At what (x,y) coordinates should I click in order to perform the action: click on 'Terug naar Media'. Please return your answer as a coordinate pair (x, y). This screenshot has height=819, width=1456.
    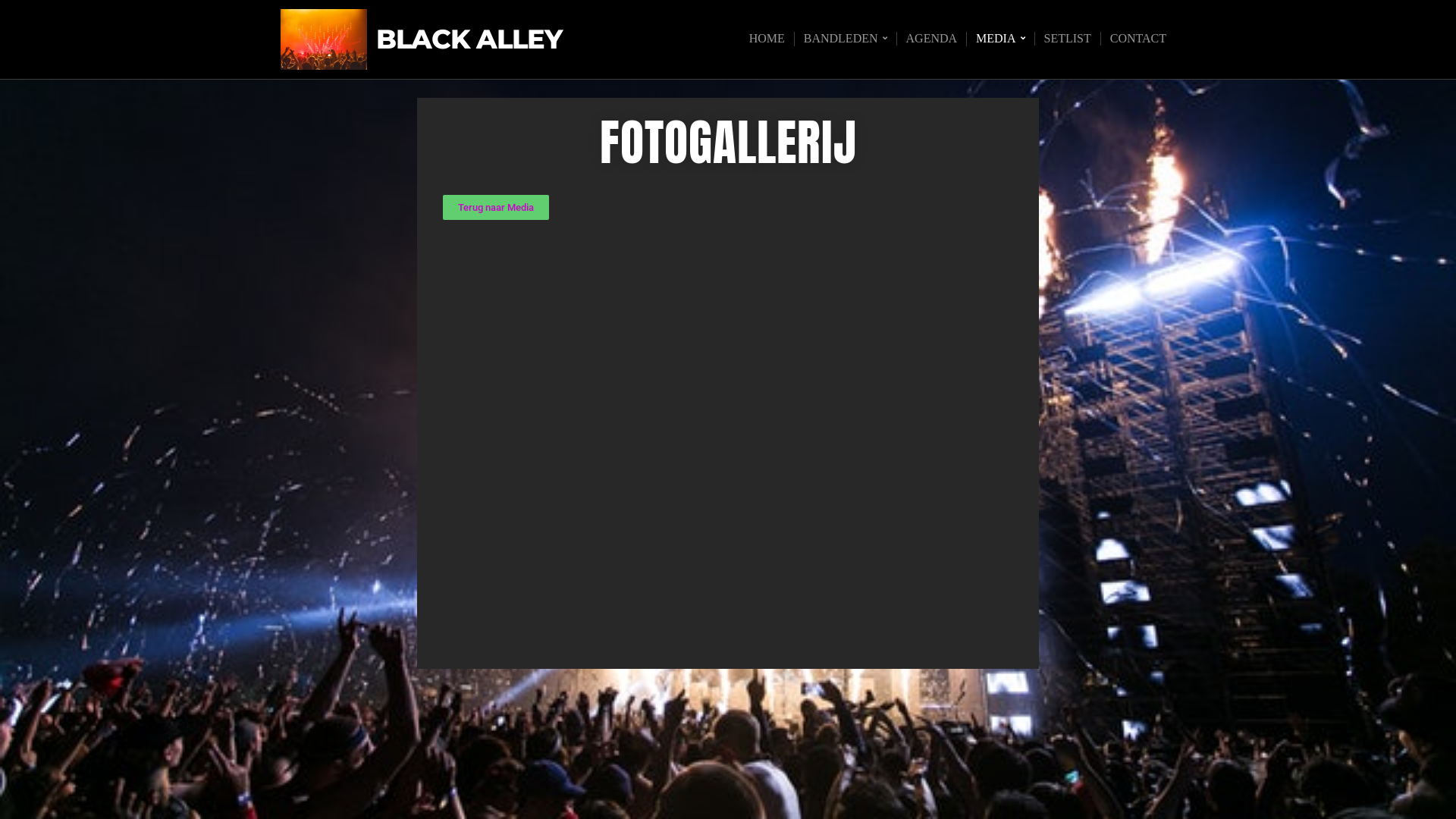
    Looking at the image, I should click on (442, 207).